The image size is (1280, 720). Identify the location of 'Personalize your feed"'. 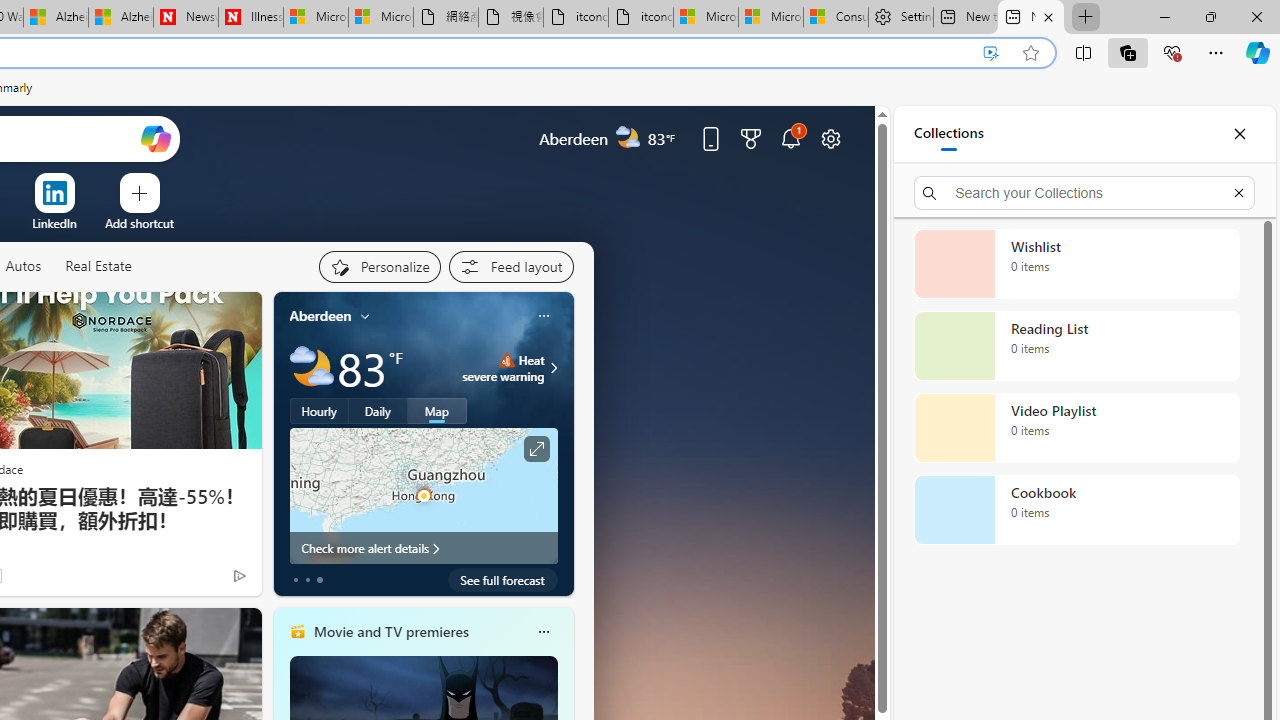
(379, 266).